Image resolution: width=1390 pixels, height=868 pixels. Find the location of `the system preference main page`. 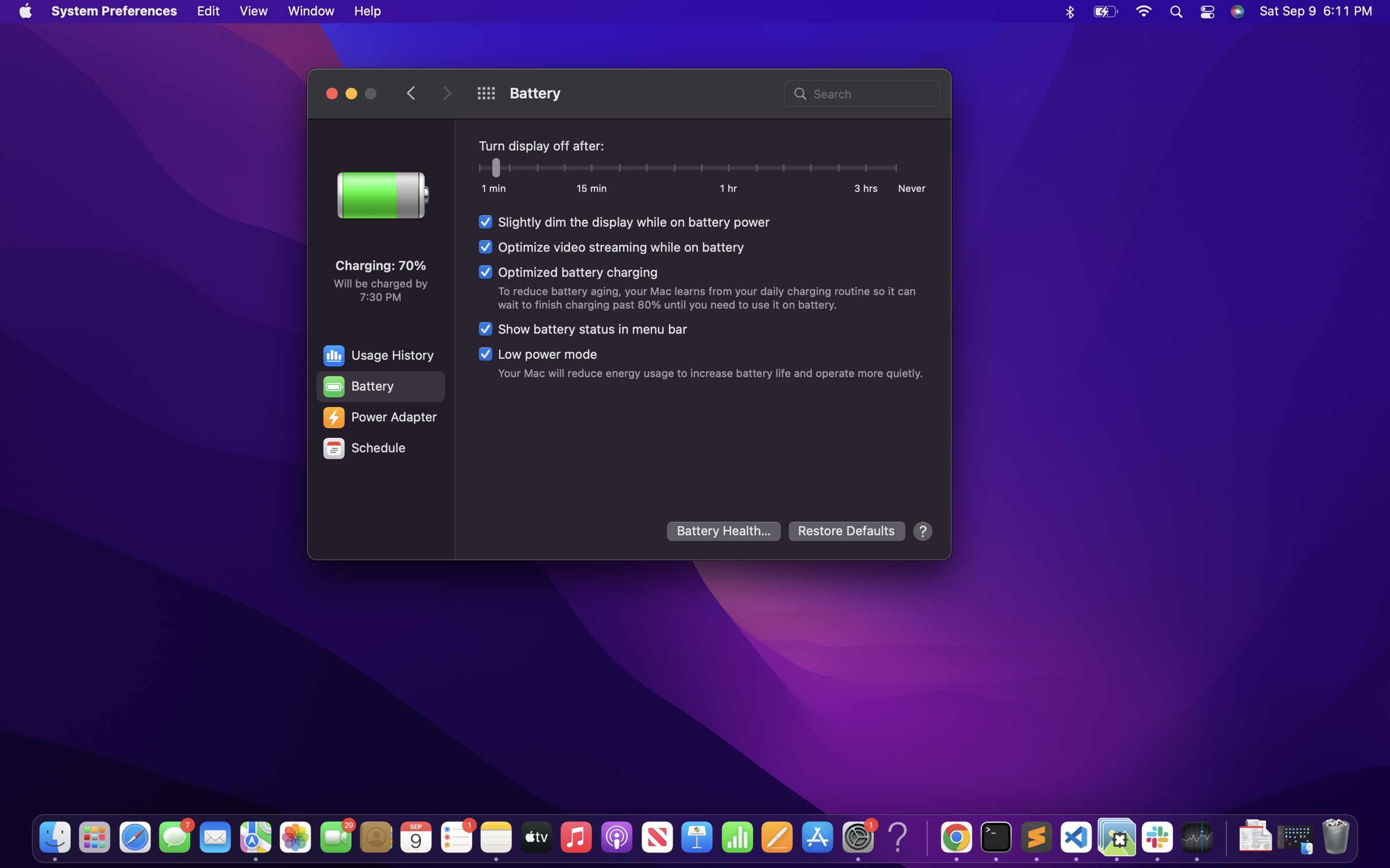

the system preference main page is located at coordinates (485, 93).